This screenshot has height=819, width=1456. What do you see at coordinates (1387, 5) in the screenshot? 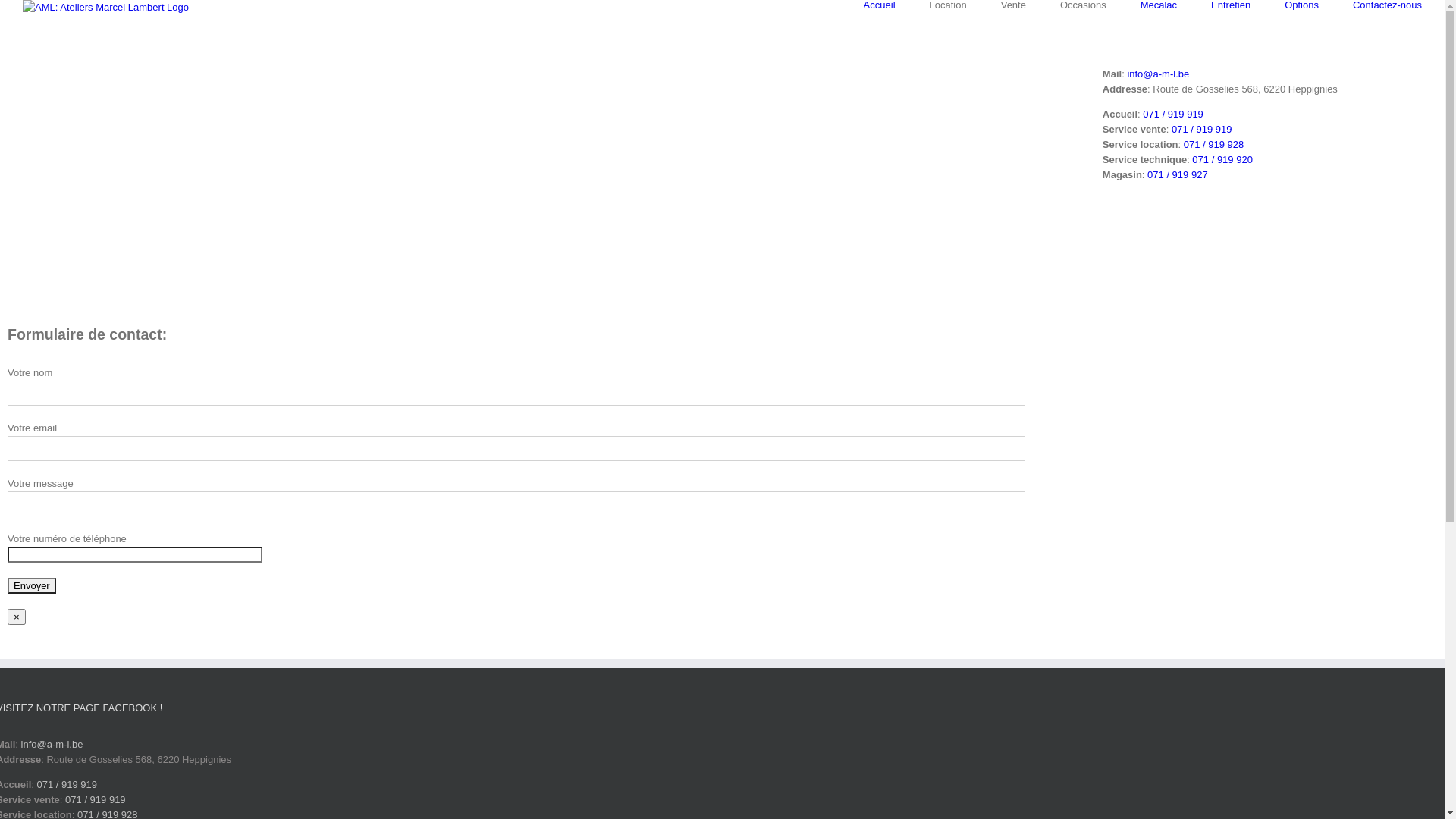
I see `'Contactez-nous'` at bounding box center [1387, 5].